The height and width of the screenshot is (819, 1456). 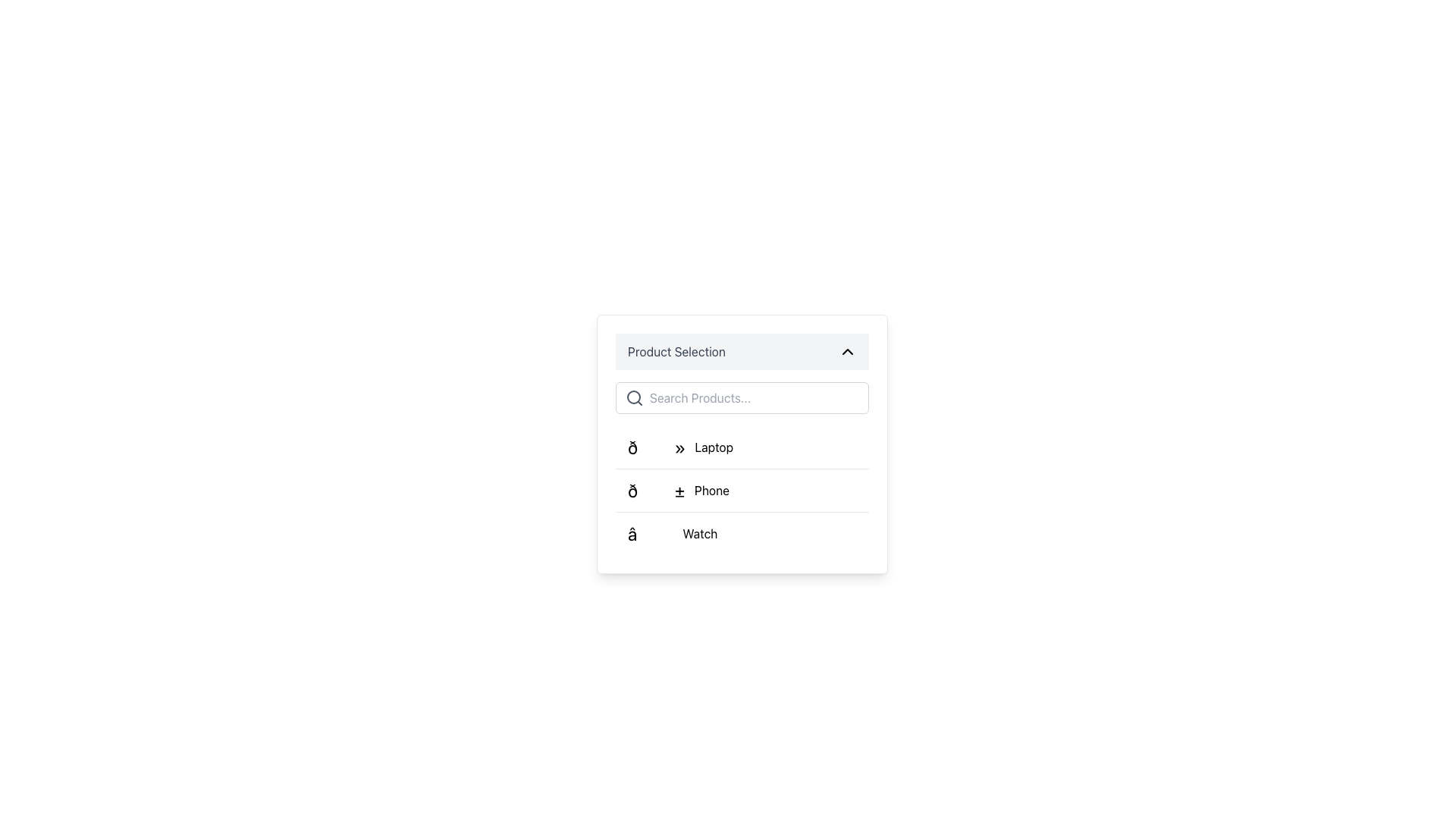 What do you see at coordinates (679, 447) in the screenshot?
I see `the first row in the 'Product Selection' list that contains a laptop icon and the text 'Laptop'` at bounding box center [679, 447].